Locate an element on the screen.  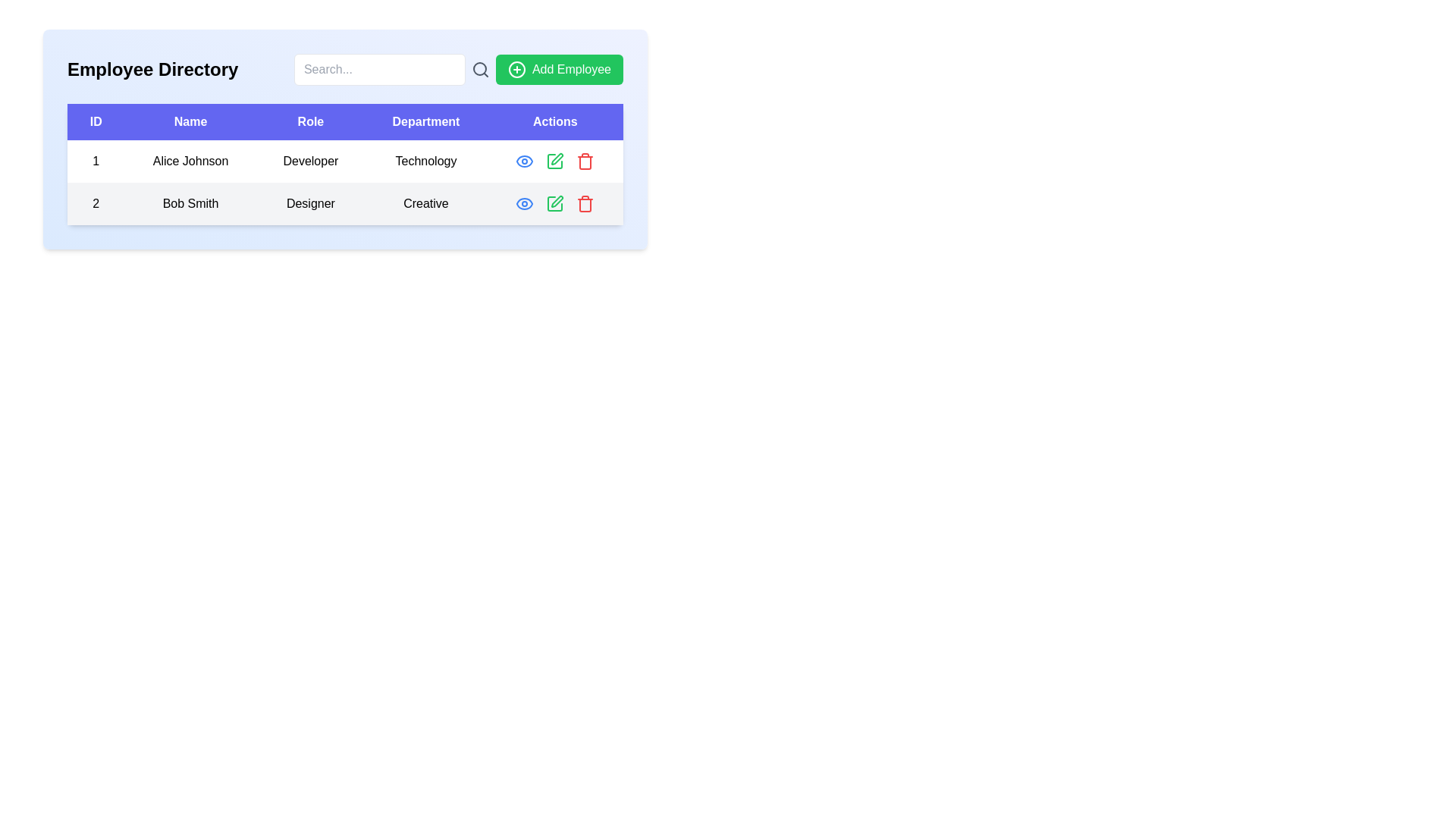
the edit button located in the 'Actions' column for the row corresponding to 'Bob Smith, Designer, Creative', positioned between the blue 'eye' icon and the red 'trash' icon is located at coordinates (554, 203).